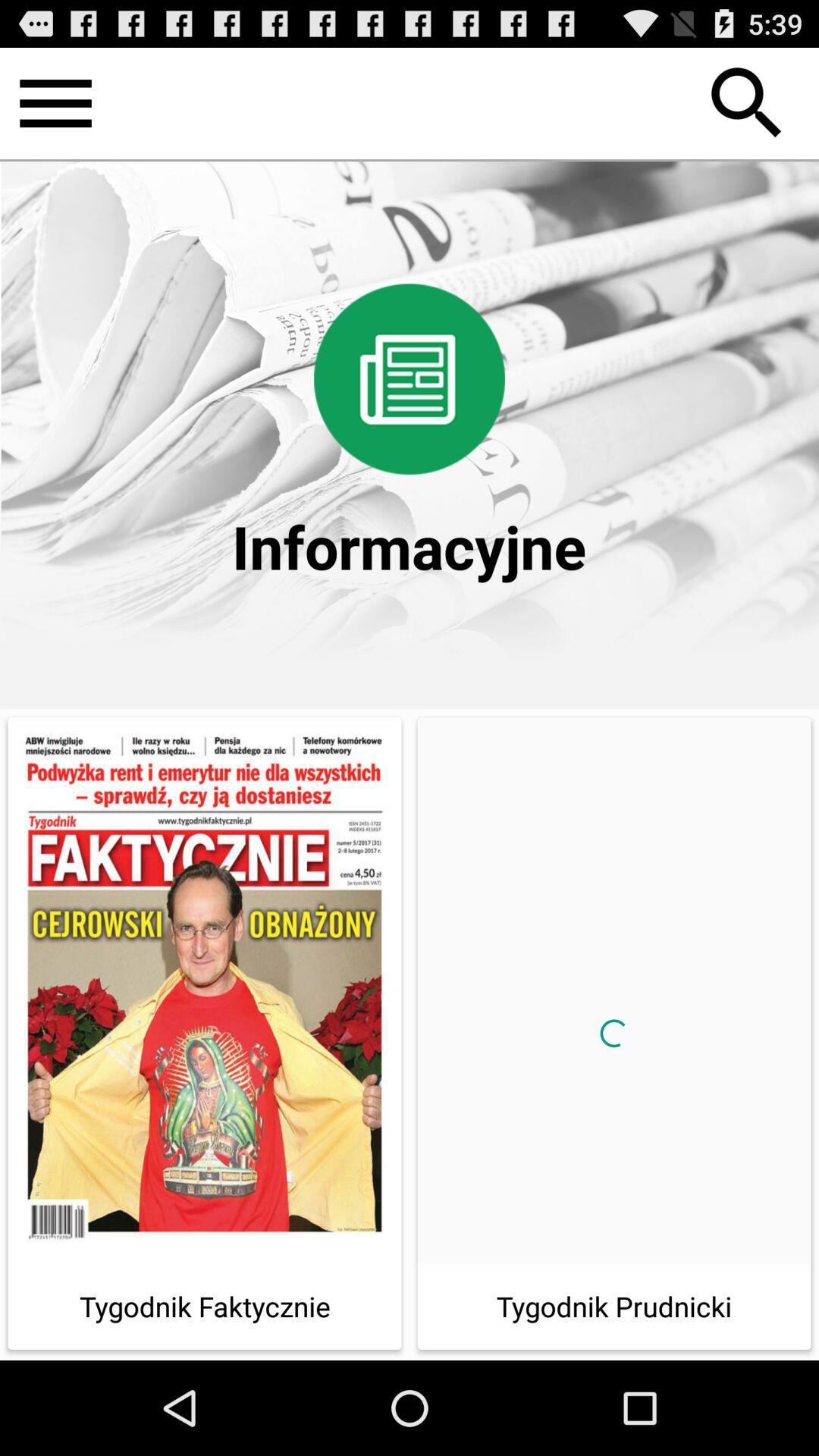  I want to click on open settings, so click(55, 102).